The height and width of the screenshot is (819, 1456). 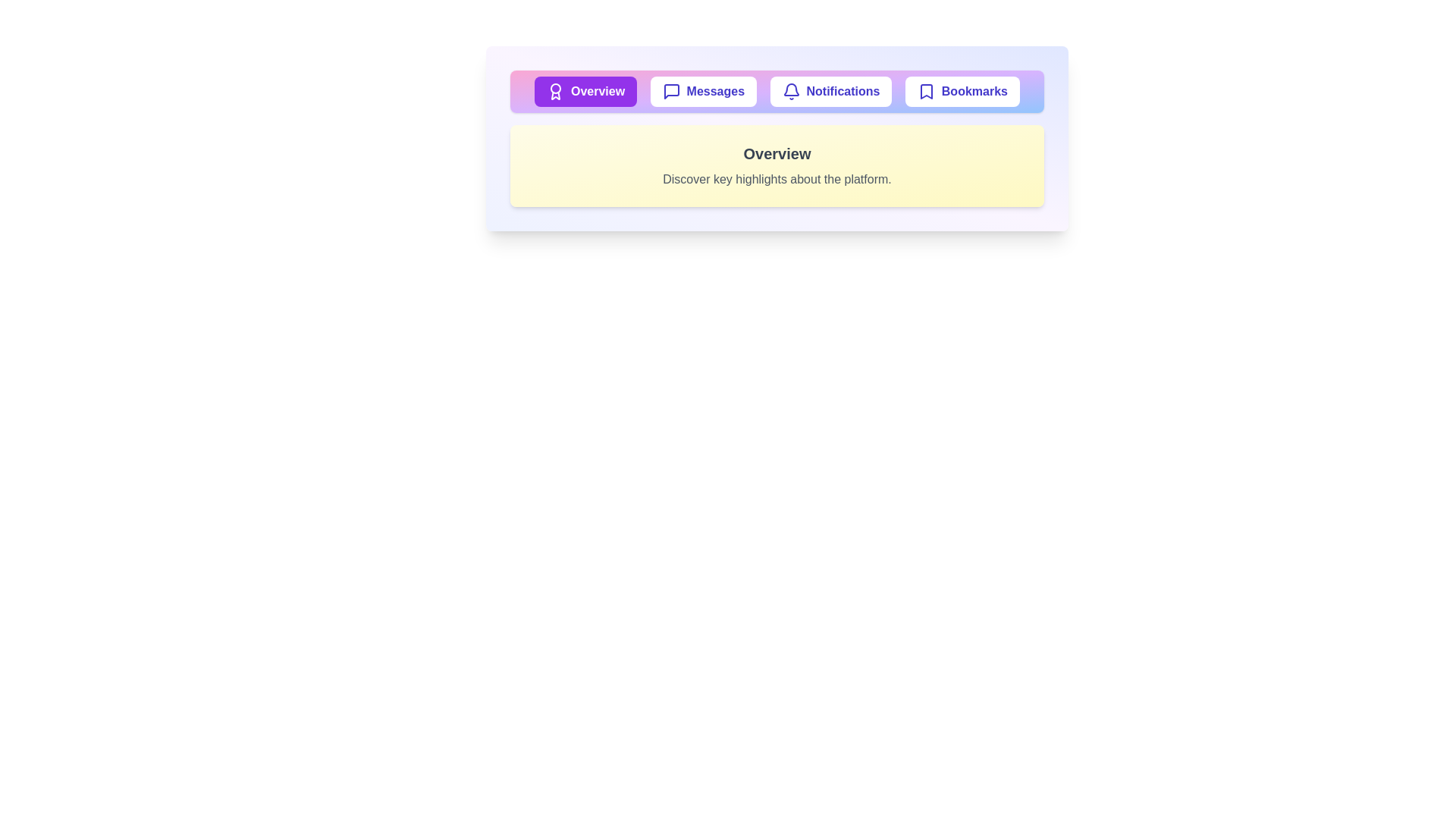 What do you see at coordinates (585, 91) in the screenshot?
I see `the tab labeled Overview` at bounding box center [585, 91].